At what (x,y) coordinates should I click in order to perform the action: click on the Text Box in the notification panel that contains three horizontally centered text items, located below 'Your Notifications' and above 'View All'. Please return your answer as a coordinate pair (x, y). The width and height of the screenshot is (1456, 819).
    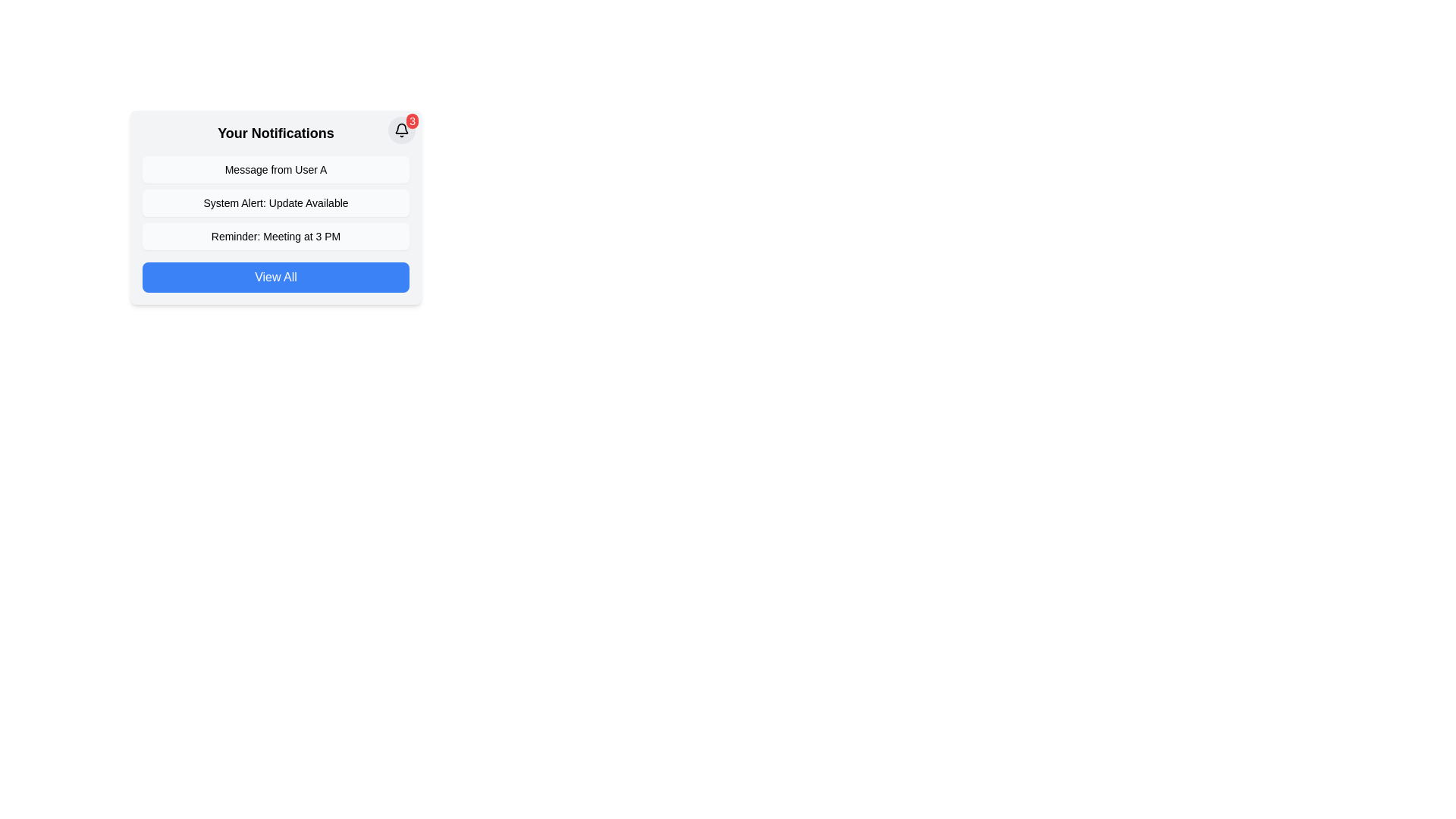
    Looking at the image, I should click on (276, 202).